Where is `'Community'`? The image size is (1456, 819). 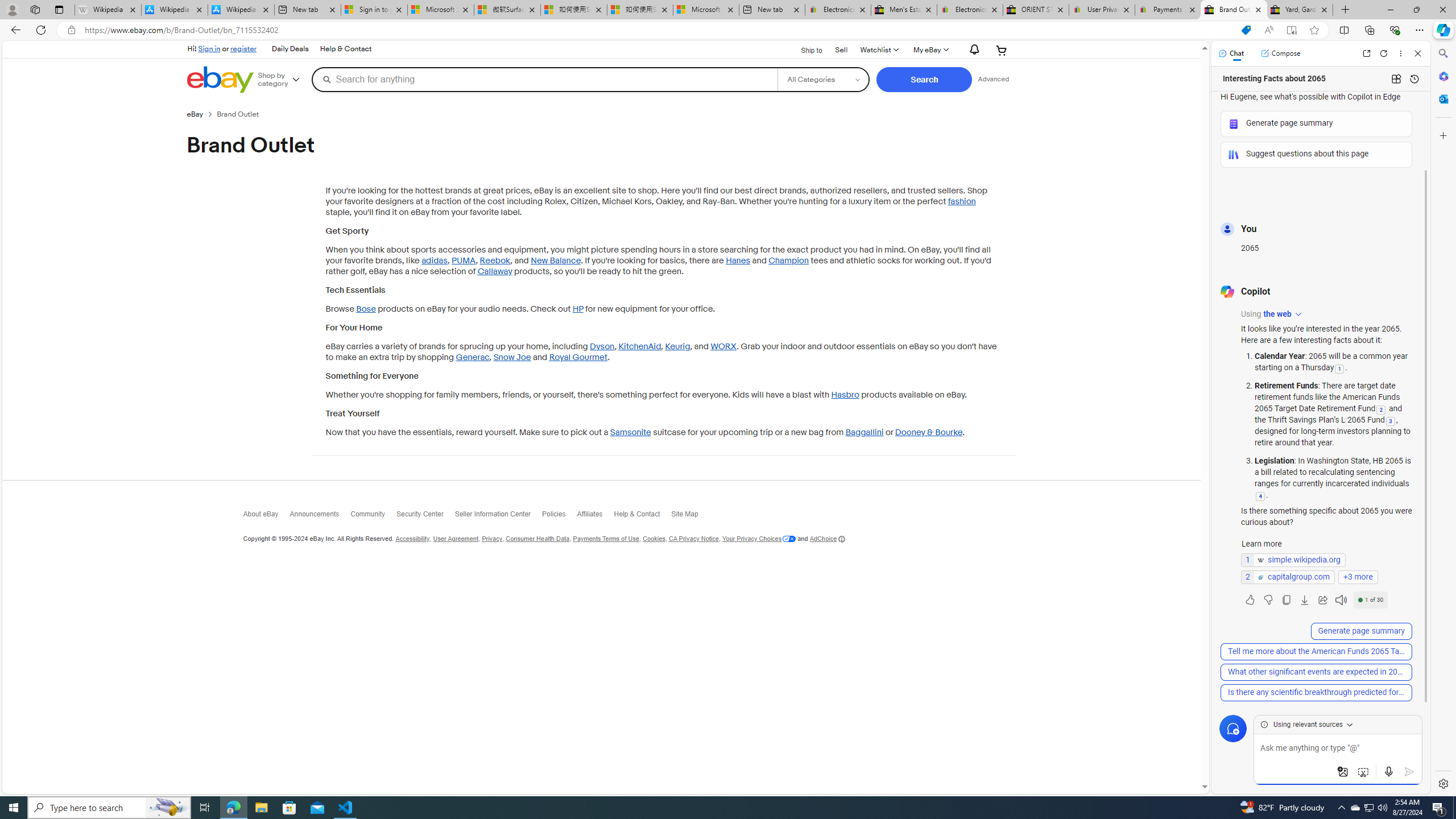
'Community' is located at coordinates (373, 516).